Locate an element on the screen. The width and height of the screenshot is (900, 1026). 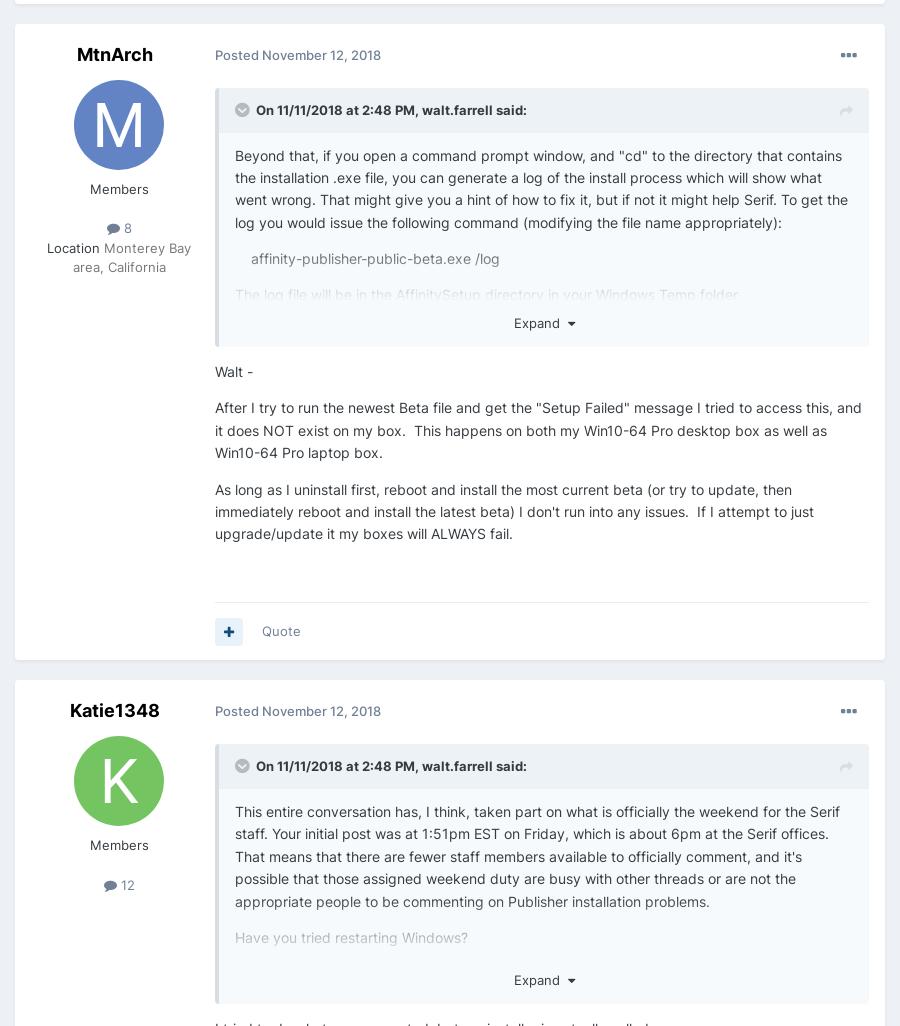
'Katie1348' is located at coordinates (69, 709).